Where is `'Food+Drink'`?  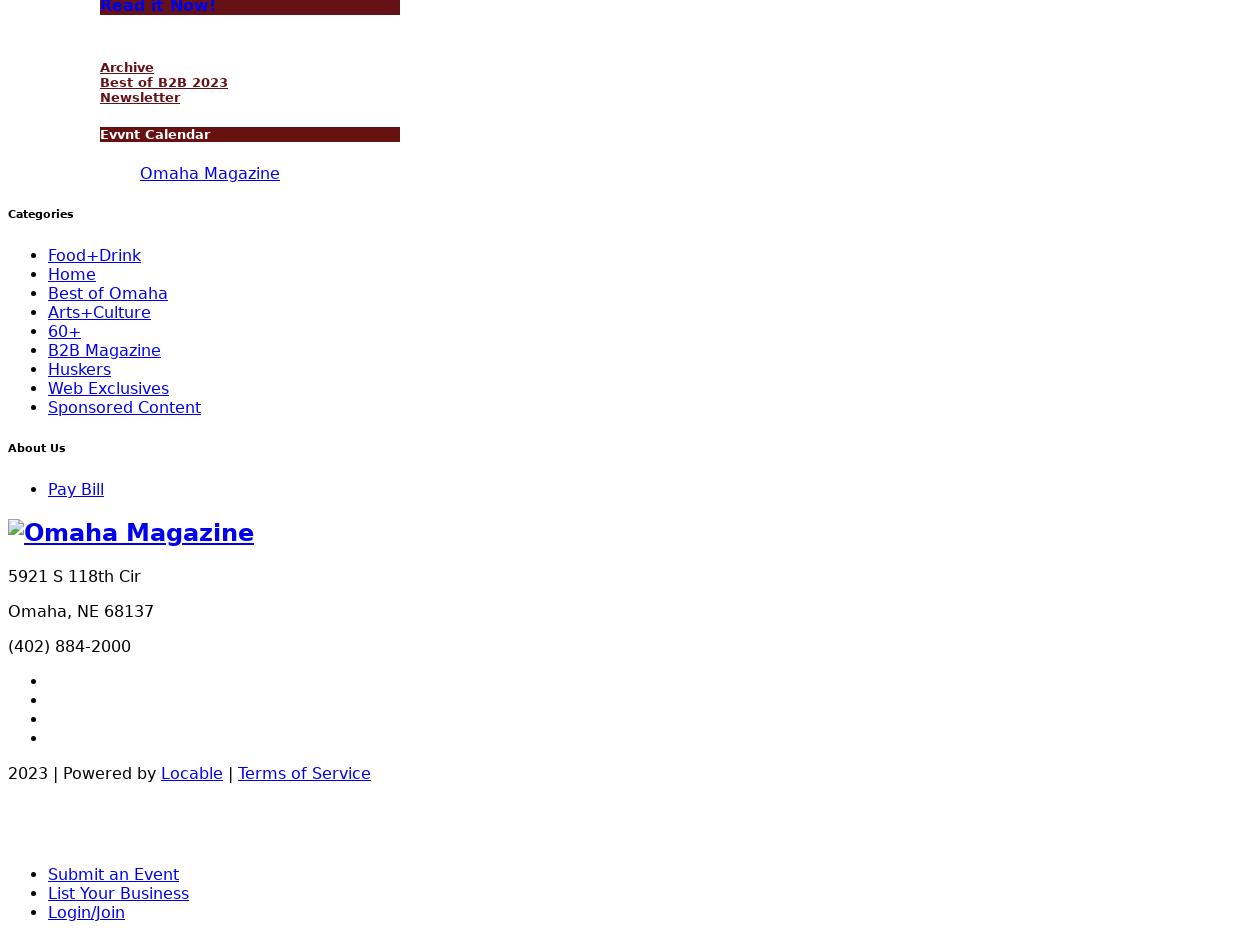
'Food+Drink' is located at coordinates (94, 254).